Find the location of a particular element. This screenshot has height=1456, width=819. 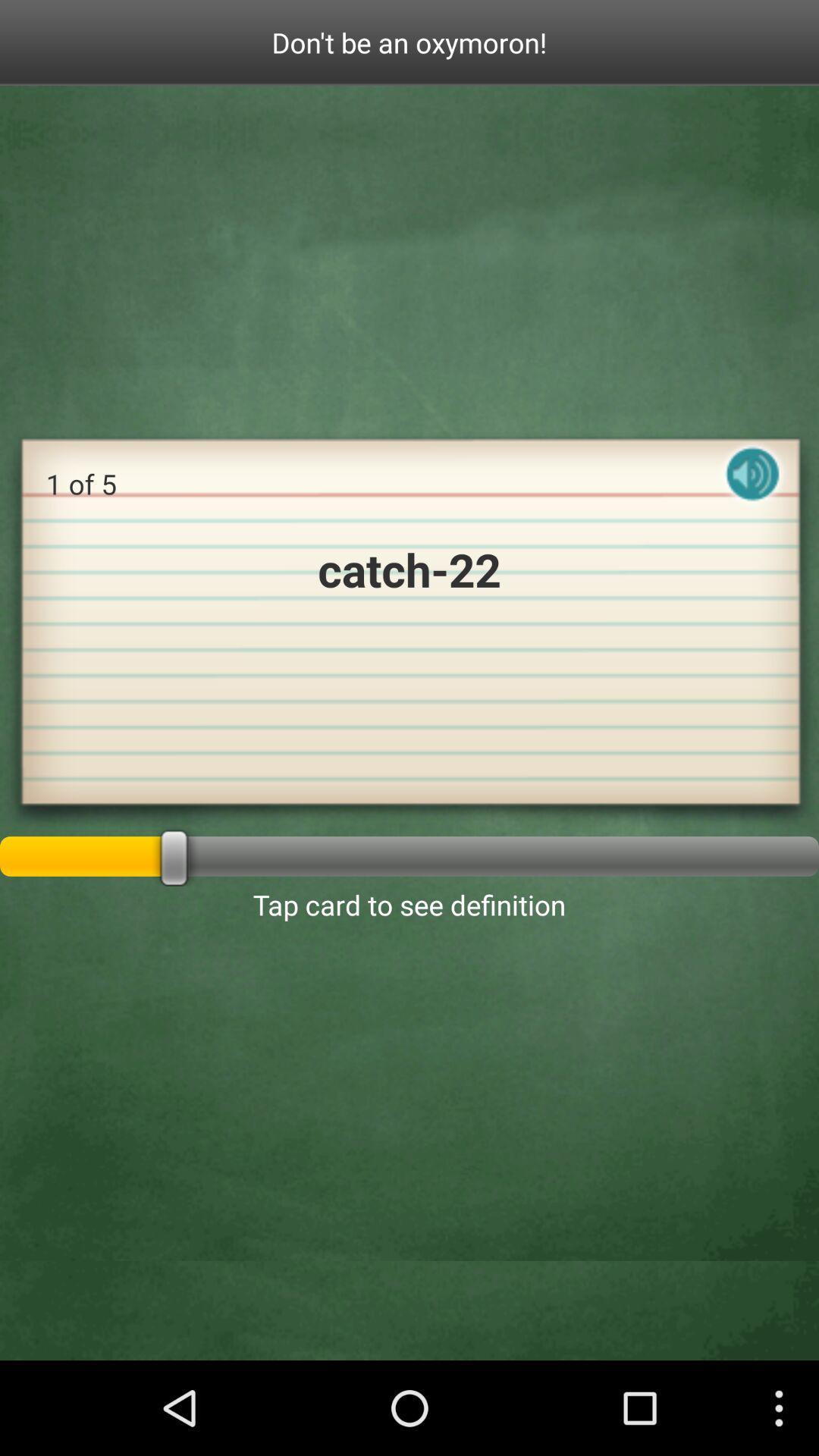

the icon on the right is located at coordinates (752, 487).